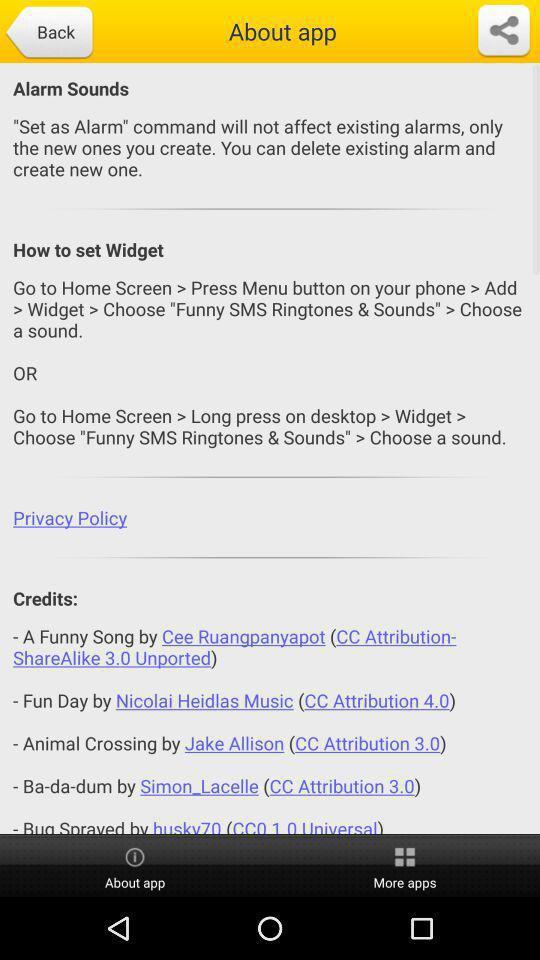 This screenshot has height=960, width=540. What do you see at coordinates (502, 30) in the screenshot?
I see `a place to share the link for a page to different places` at bounding box center [502, 30].